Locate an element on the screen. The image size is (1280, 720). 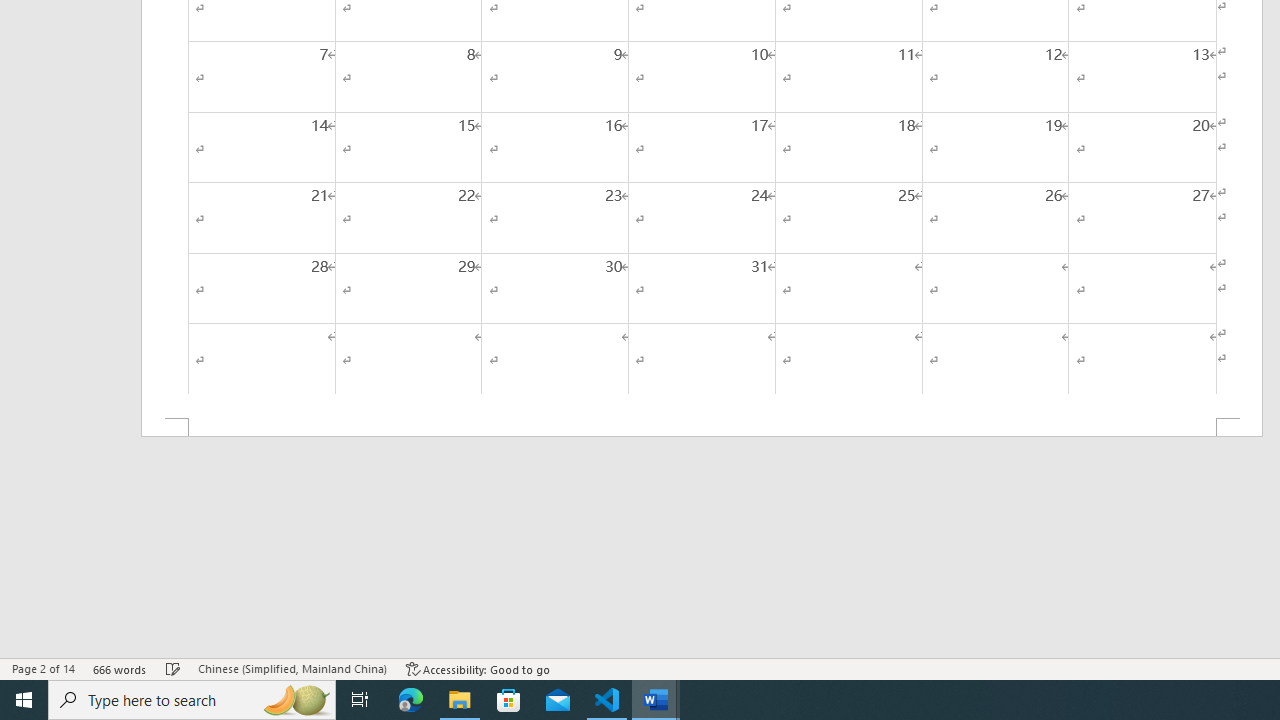
'Word Count 666 words' is located at coordinates (119, 669).